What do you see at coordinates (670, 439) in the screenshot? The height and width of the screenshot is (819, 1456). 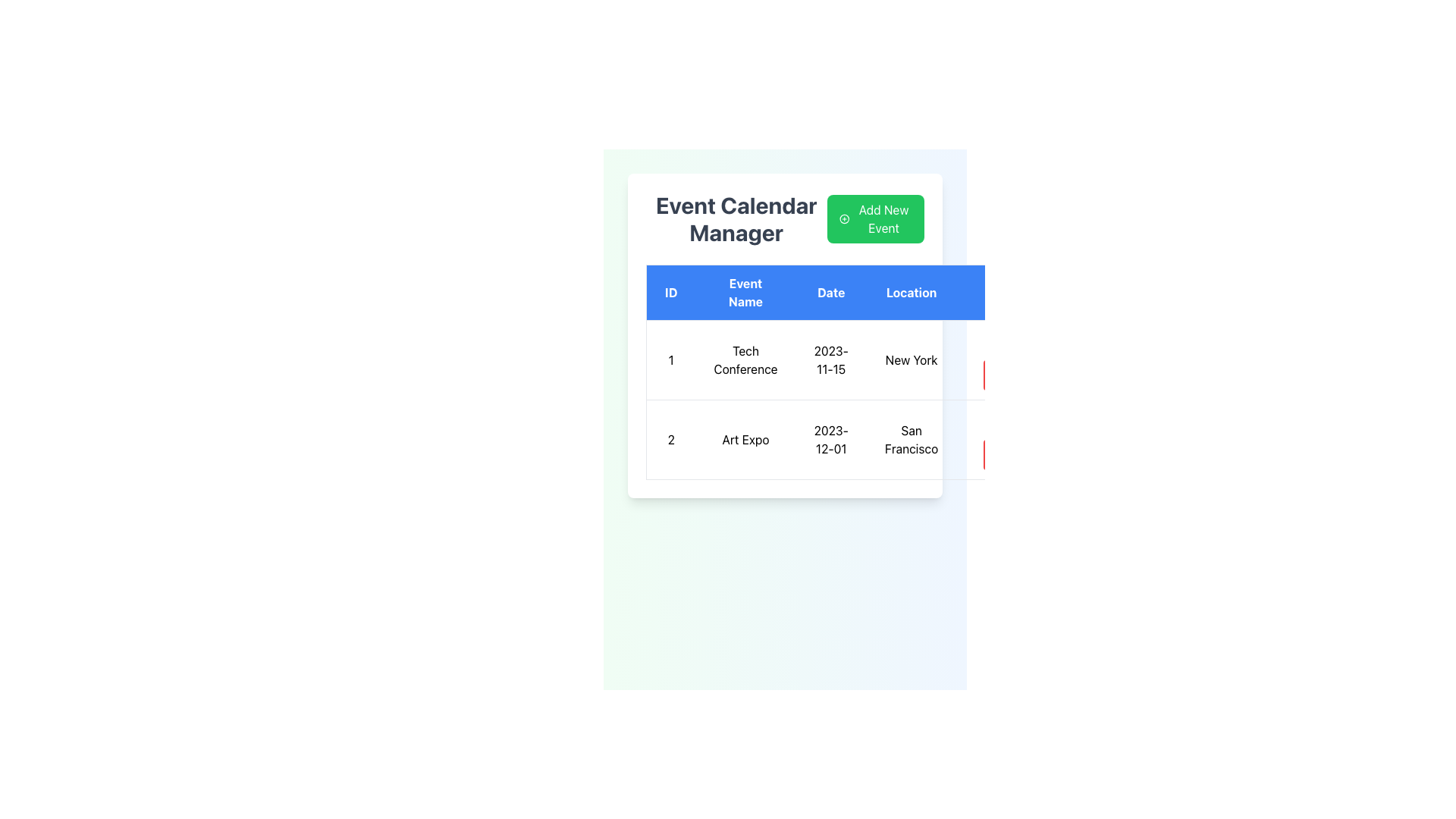 I see `the single-digit number '2' located in the second row of the table under the 'ID' column, styled in bold text` at bounding box center [670, 439].